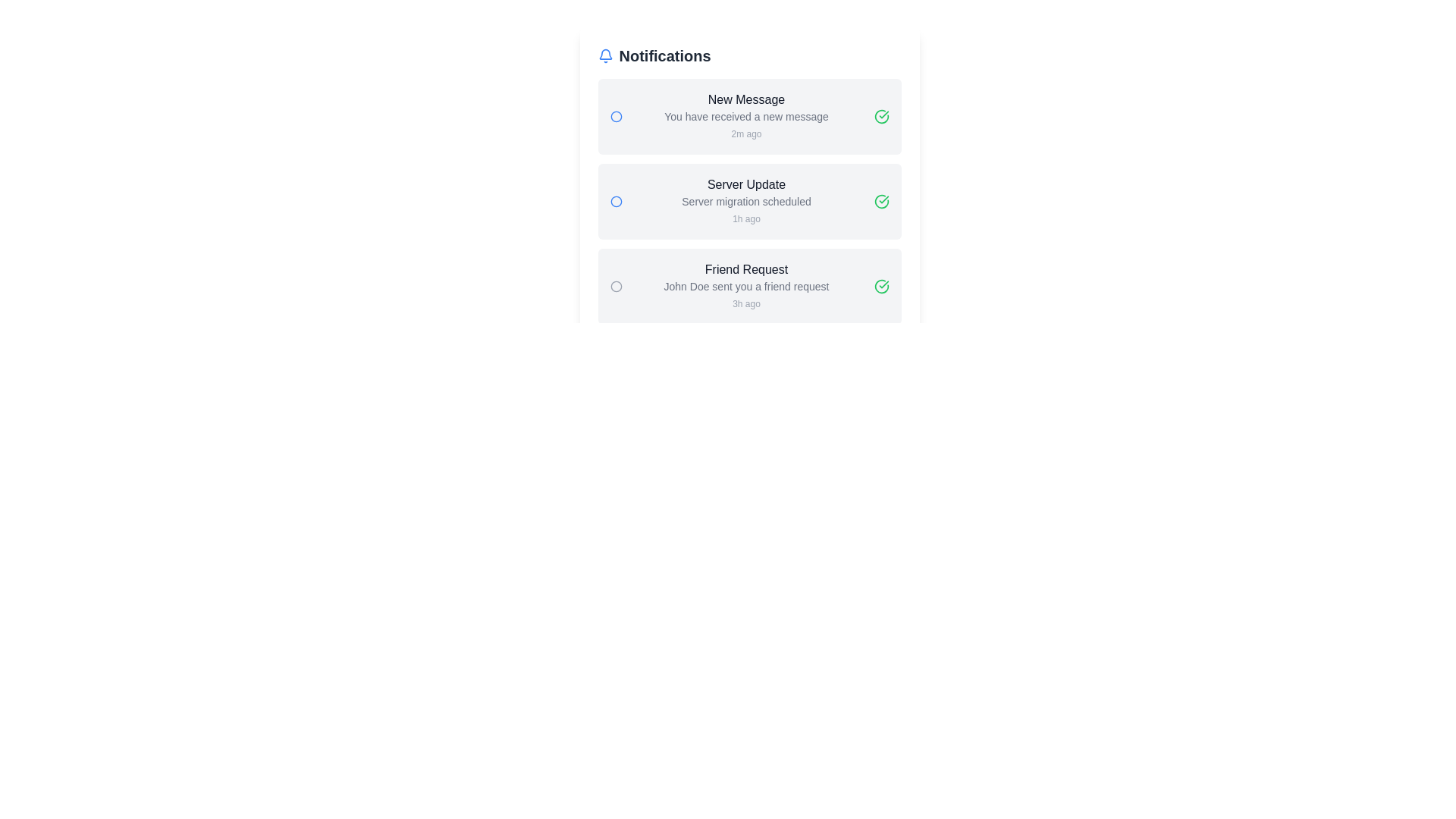 The image size is (1456, 819). I want to click on the first icon in the 'Friend Request' notification card, which indicates an unread status, so click(616, 287).